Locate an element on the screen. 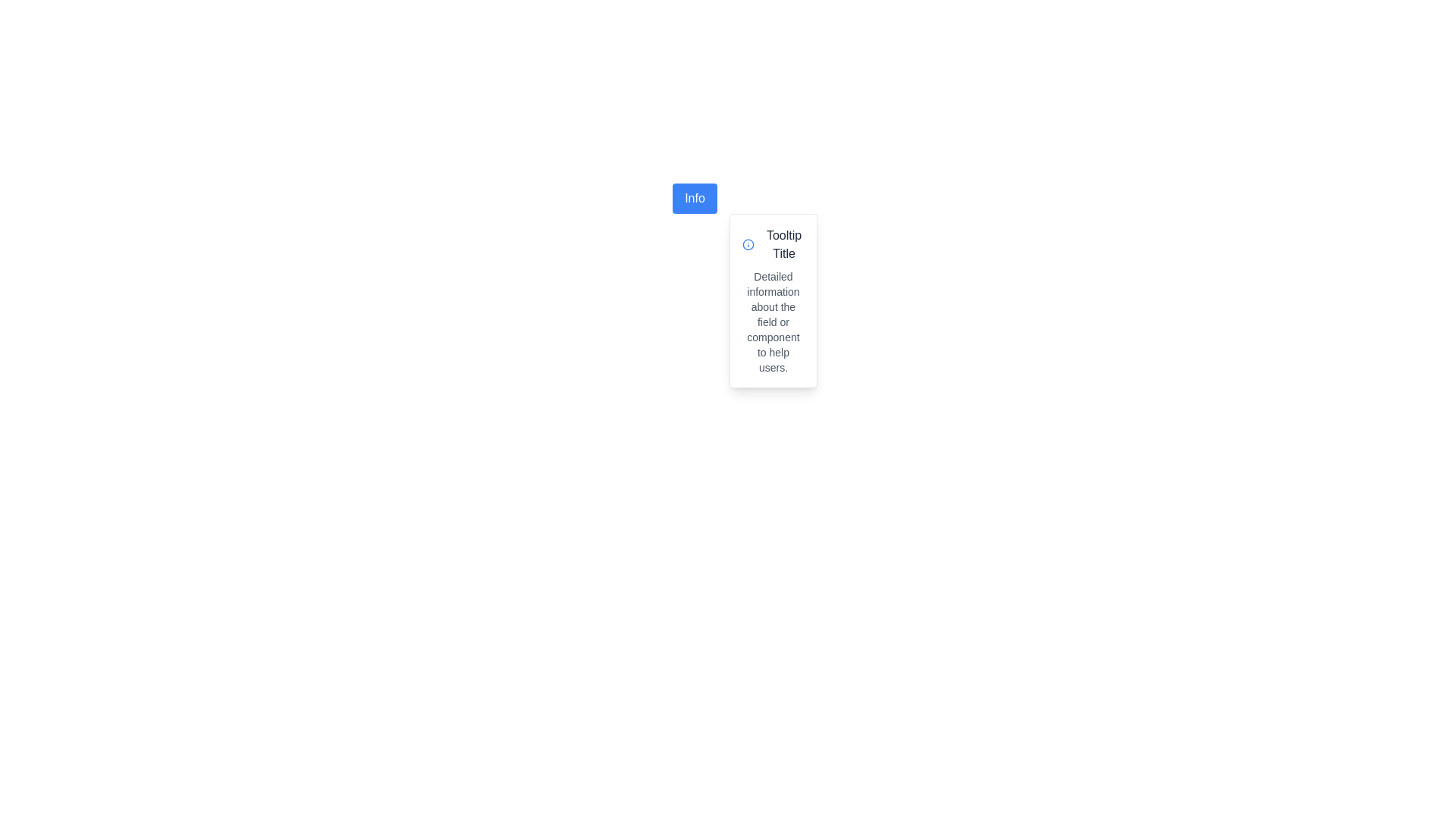 This screenshot has width=1456, height=819. the icon that serves as a visual indicator for the tooltip, located directly to the left of 'Tooltip Title' is located at coordinates (748, 244).